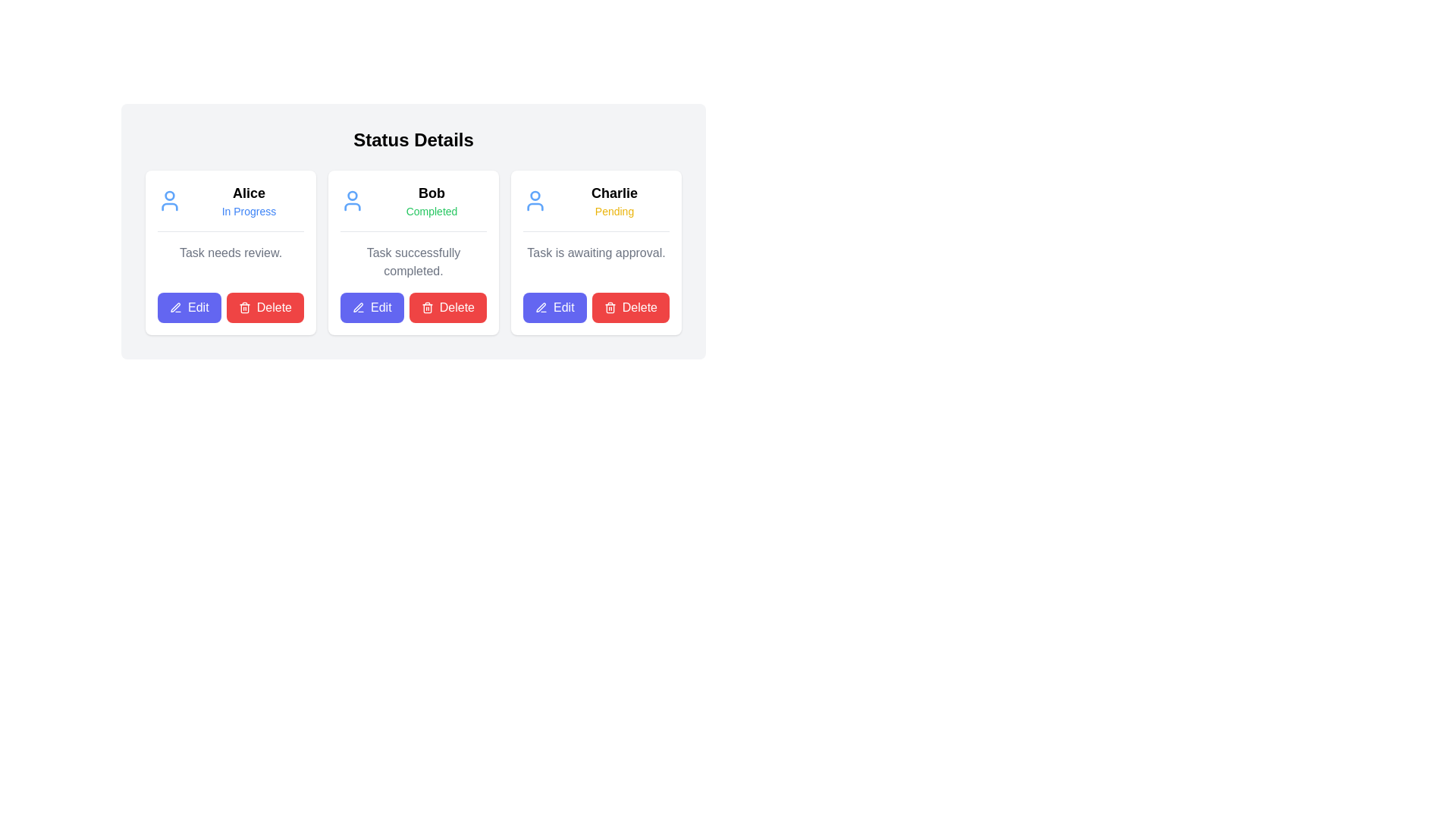 This screenshot has height=819, width=1456. I want to click on the text segment displaying 'Task is awaiting approval.' located in the card labeled 'Charlie', positioned underneath a line separator and above the buttons 'Edit' and 'Delete', so click(595, 262).